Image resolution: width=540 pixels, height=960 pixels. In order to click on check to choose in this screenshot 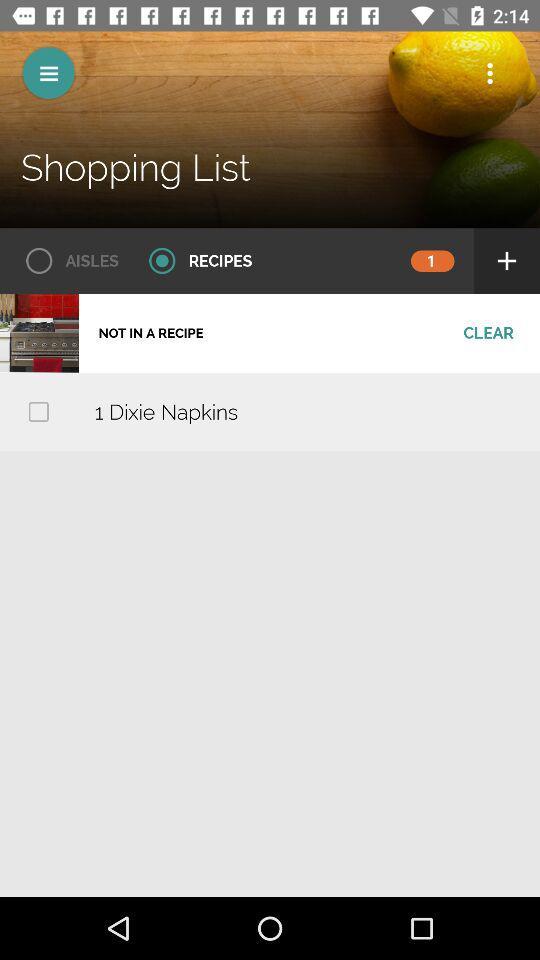, I will do `click(38, 410)`.